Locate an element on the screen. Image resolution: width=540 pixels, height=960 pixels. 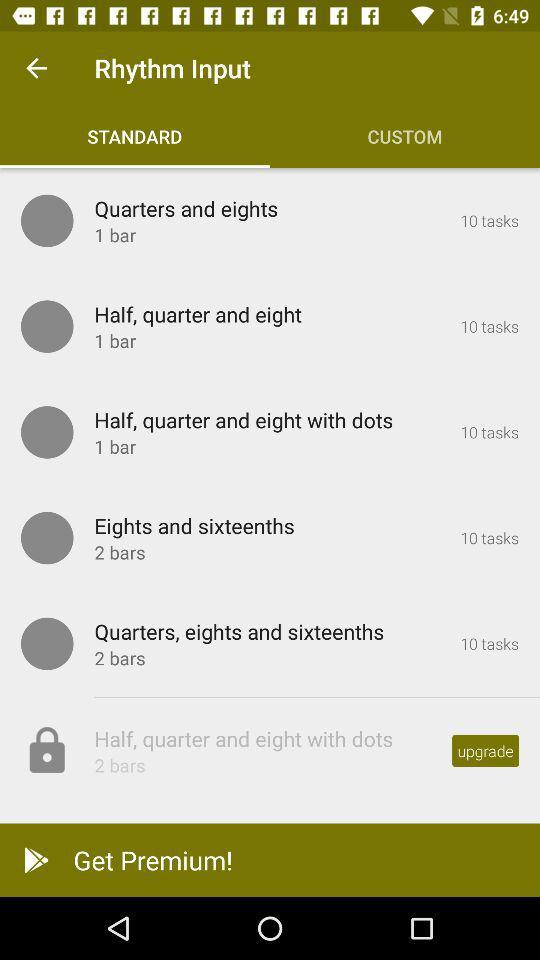
the icon next to rhythm input icon is located at coordinates (36, 68).